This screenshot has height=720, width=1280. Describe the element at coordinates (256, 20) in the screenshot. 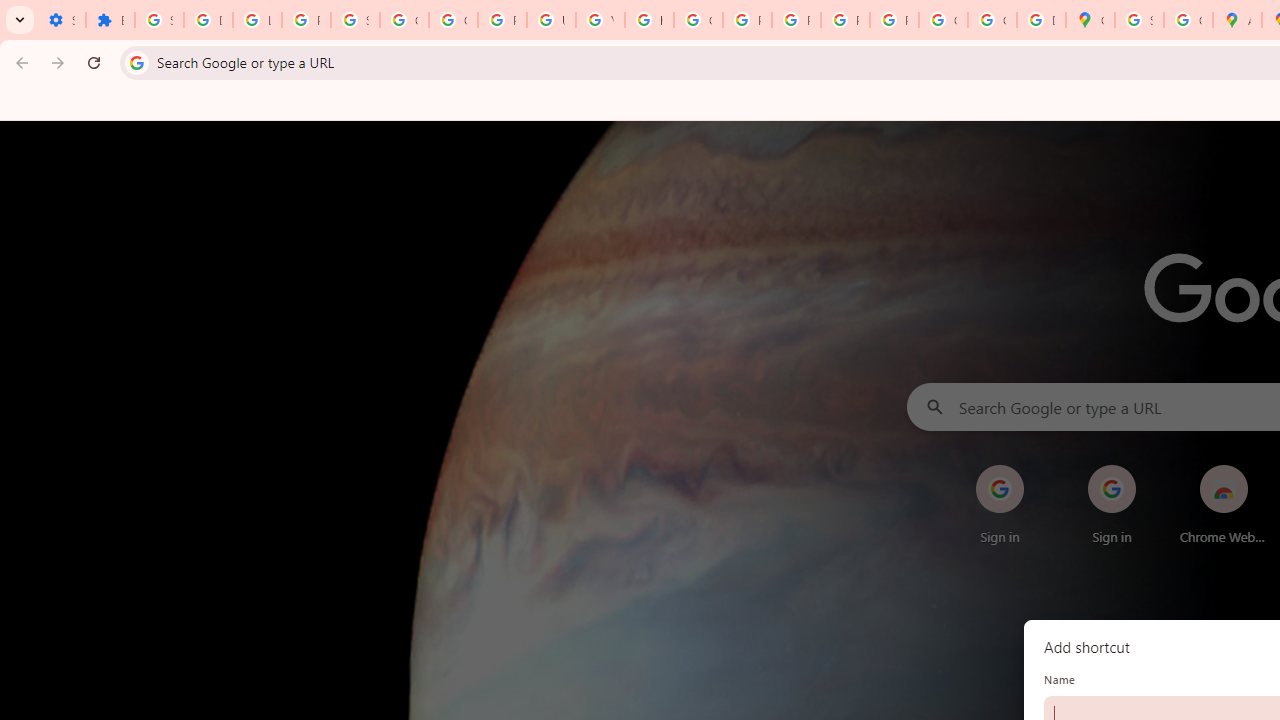

I see `'Learn how to find your photos - Google Photos Help'` at that location.